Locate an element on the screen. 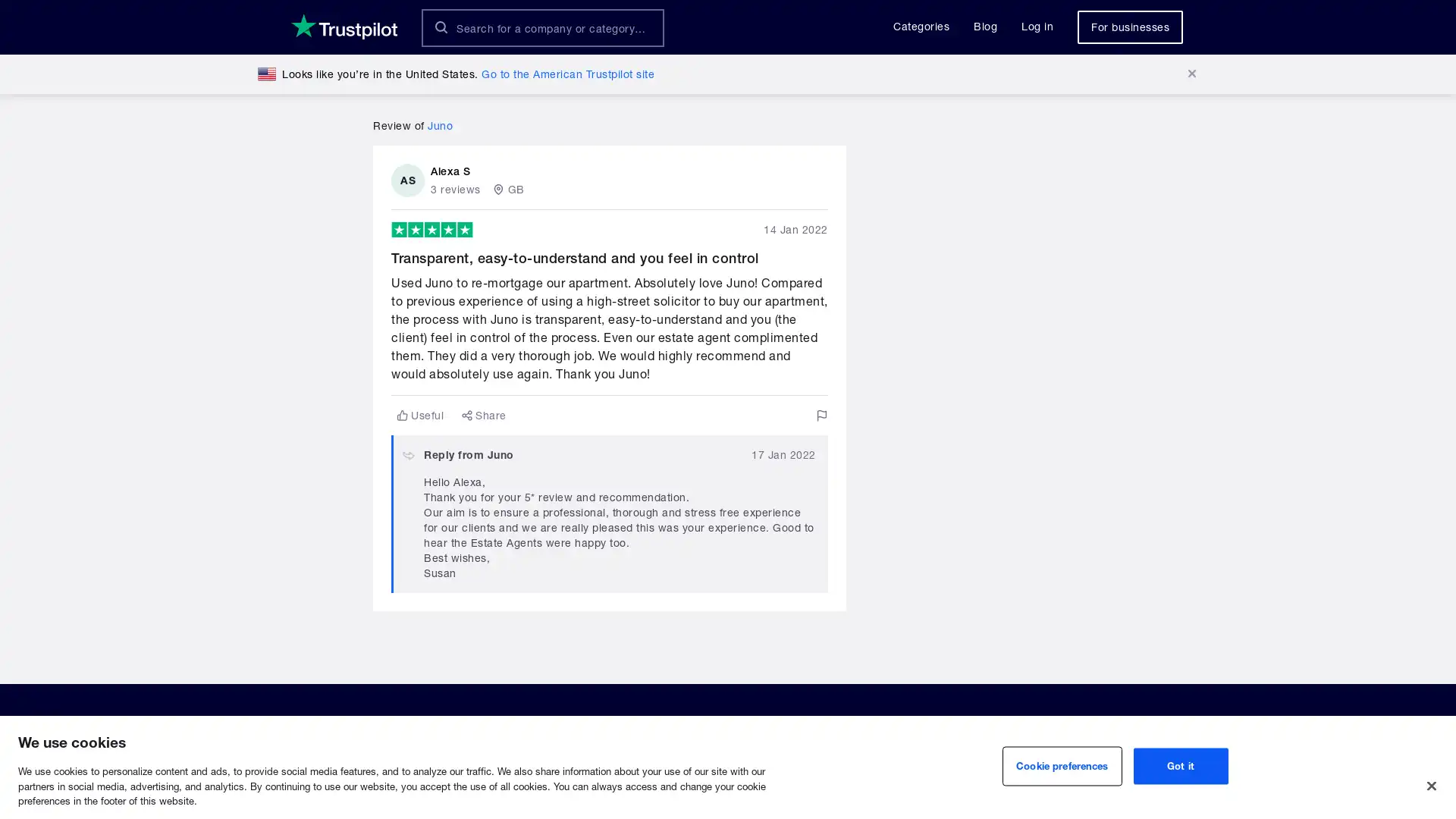 Image resolution: width=1456 pixels, height=819 pixels. Dismiss is located at coordinates (1191, 74).